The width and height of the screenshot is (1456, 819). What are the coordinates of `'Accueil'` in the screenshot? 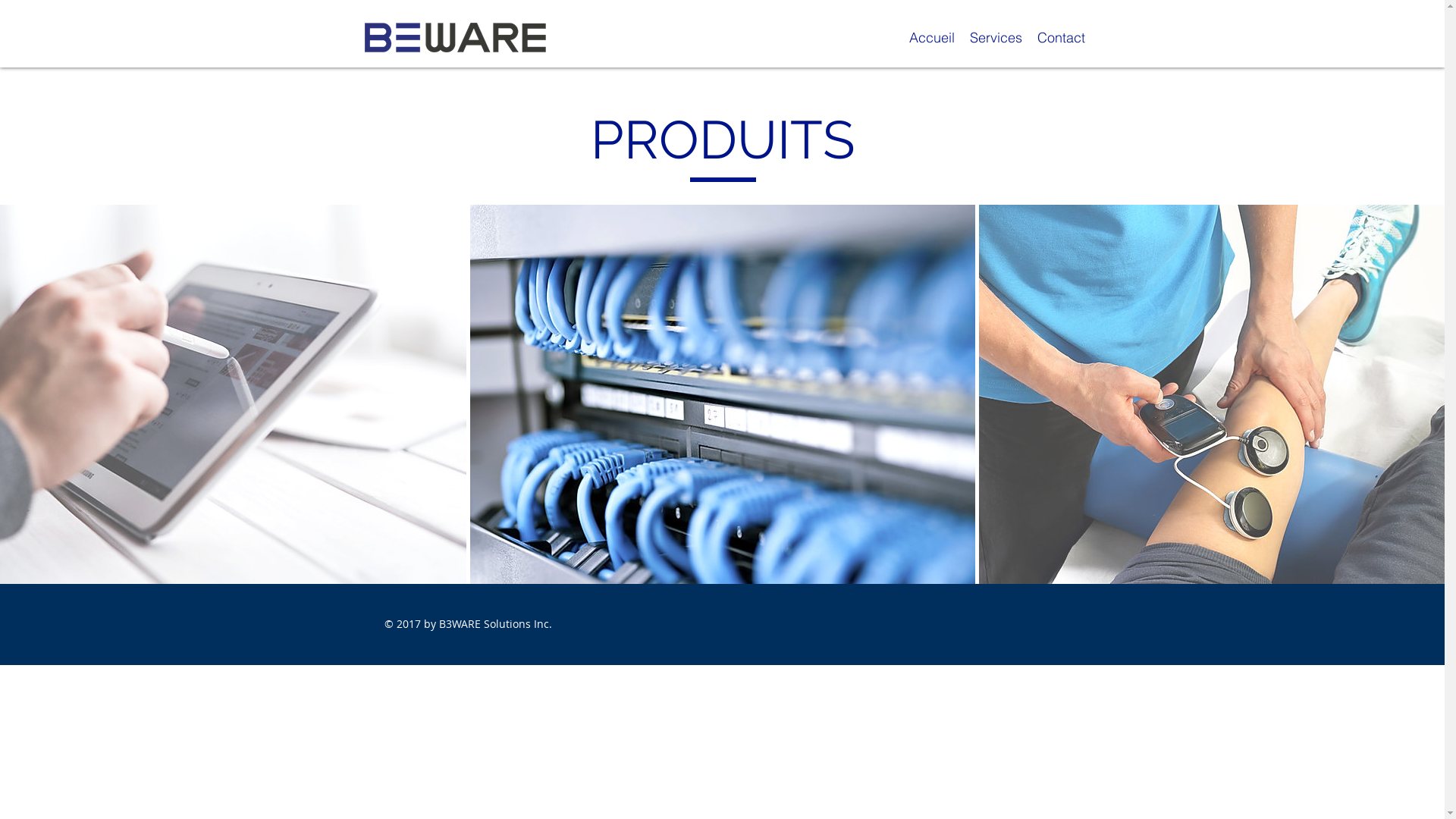 It's located at (901, 36).